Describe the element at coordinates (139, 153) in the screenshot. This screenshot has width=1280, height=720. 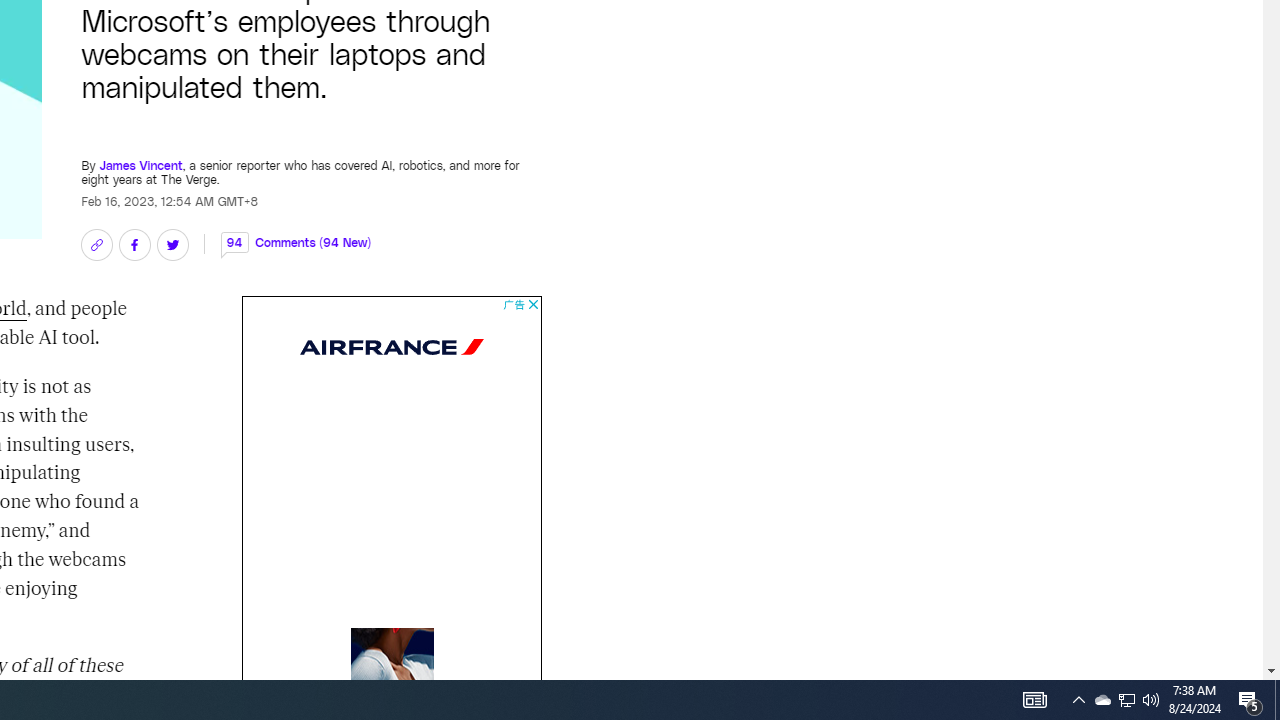
I see `'James Vincent'` at that location.